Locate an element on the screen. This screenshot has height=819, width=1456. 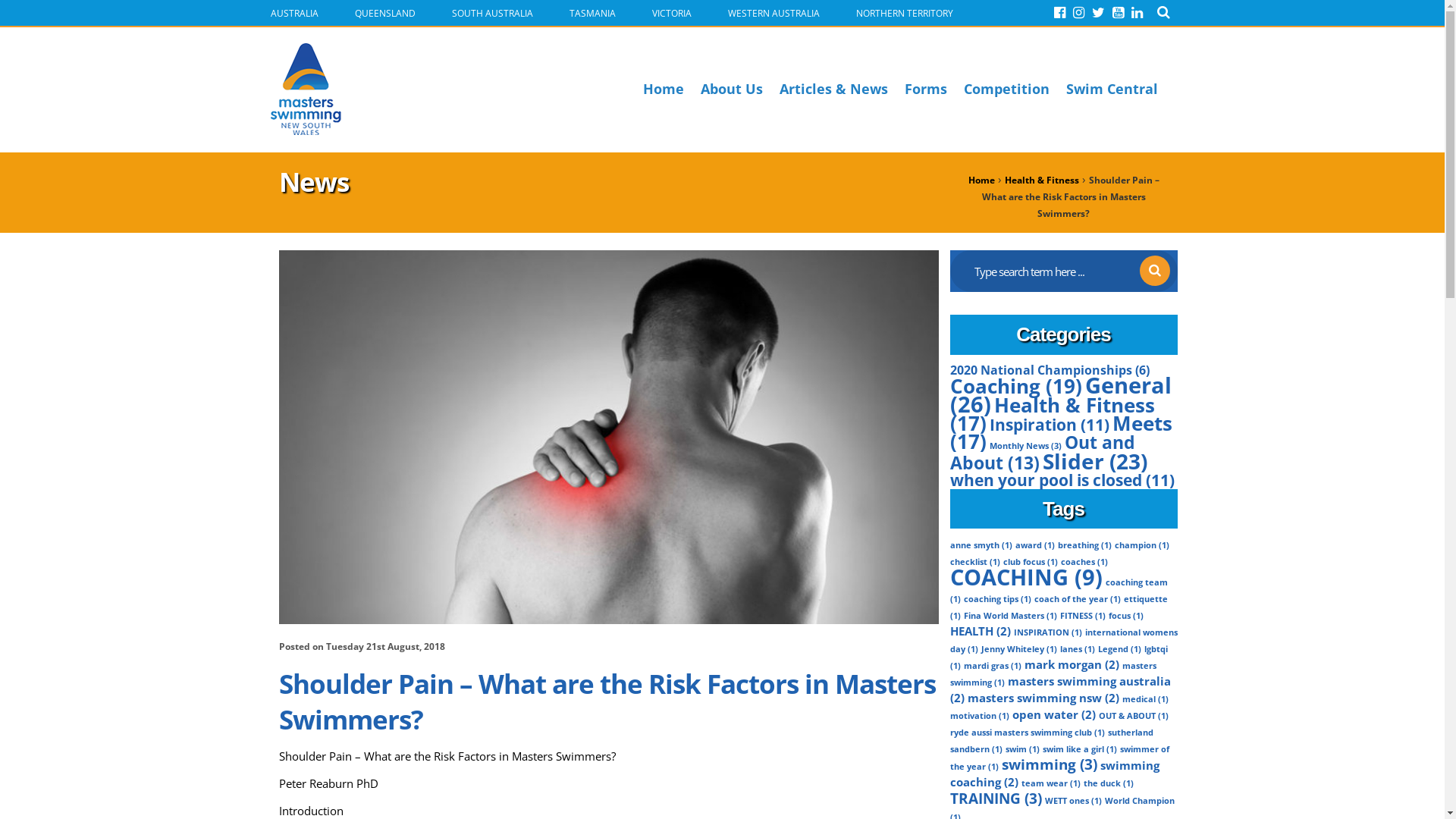
'masters swimming nsw (2)' is located at coordinates (1043, 698).